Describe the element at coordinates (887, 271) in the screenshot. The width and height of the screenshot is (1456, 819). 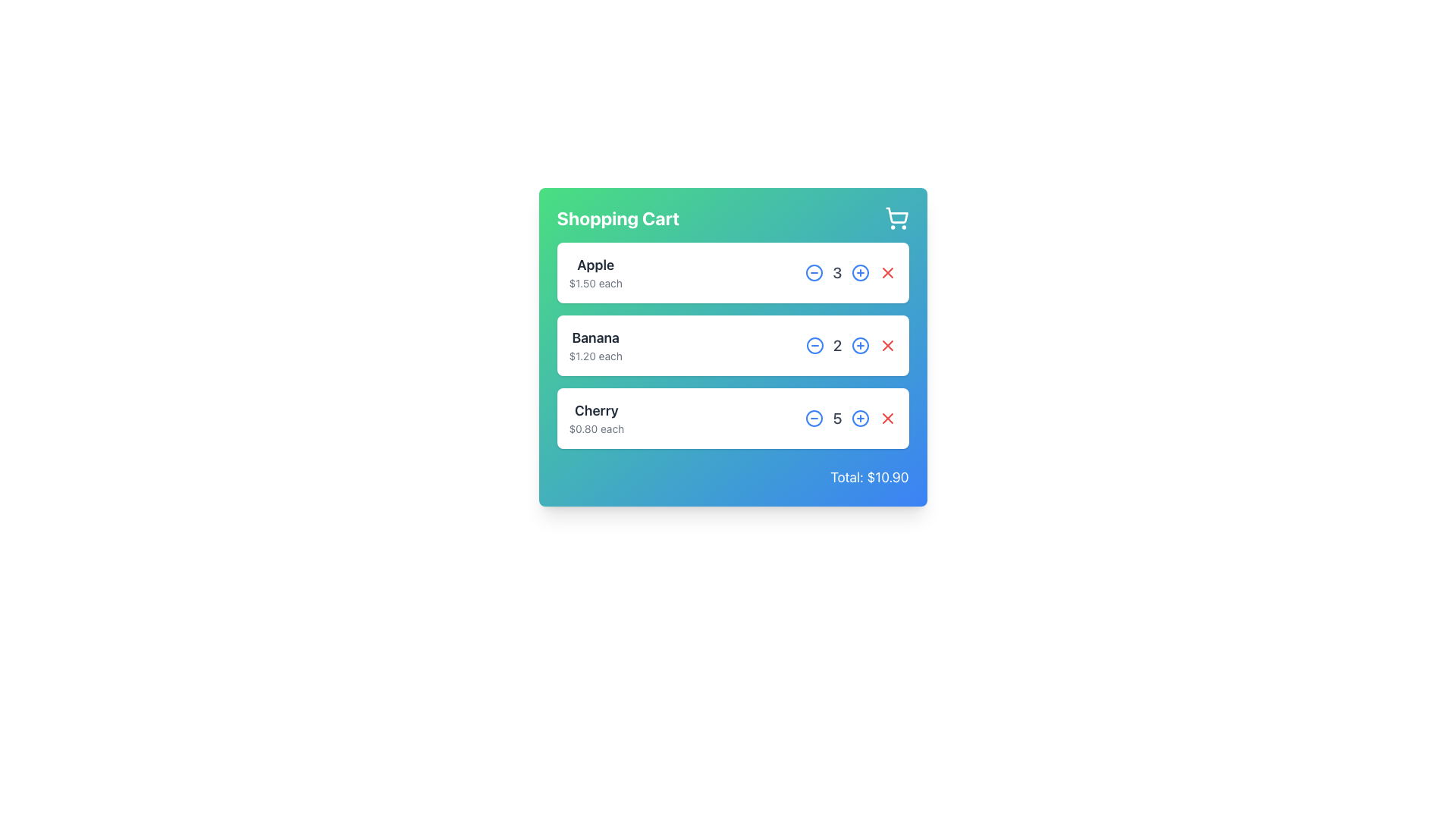
I see `the red cross ('X') button` at that location.